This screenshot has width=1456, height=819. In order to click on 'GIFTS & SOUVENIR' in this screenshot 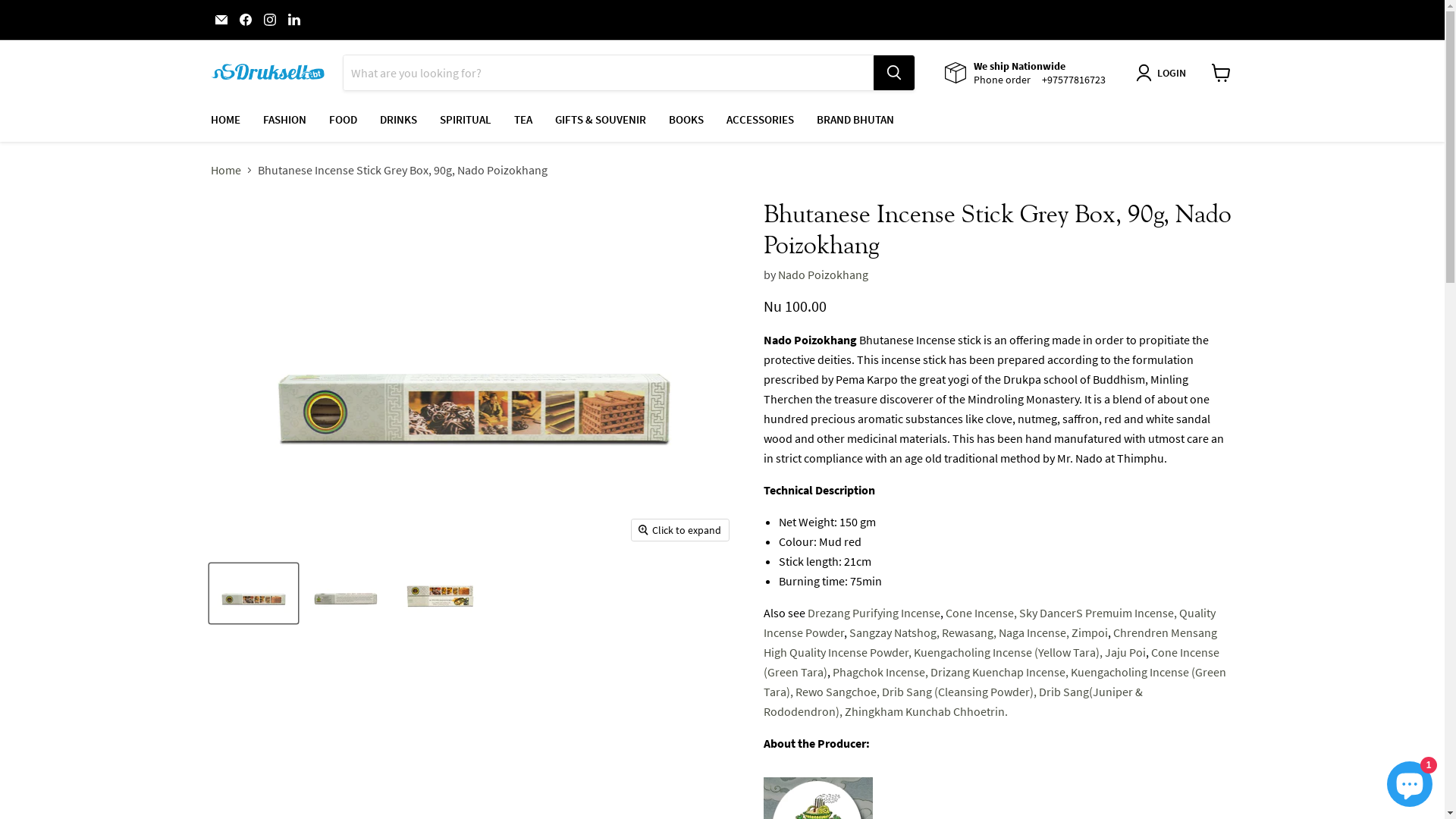, I will do `click(599, 119)`.